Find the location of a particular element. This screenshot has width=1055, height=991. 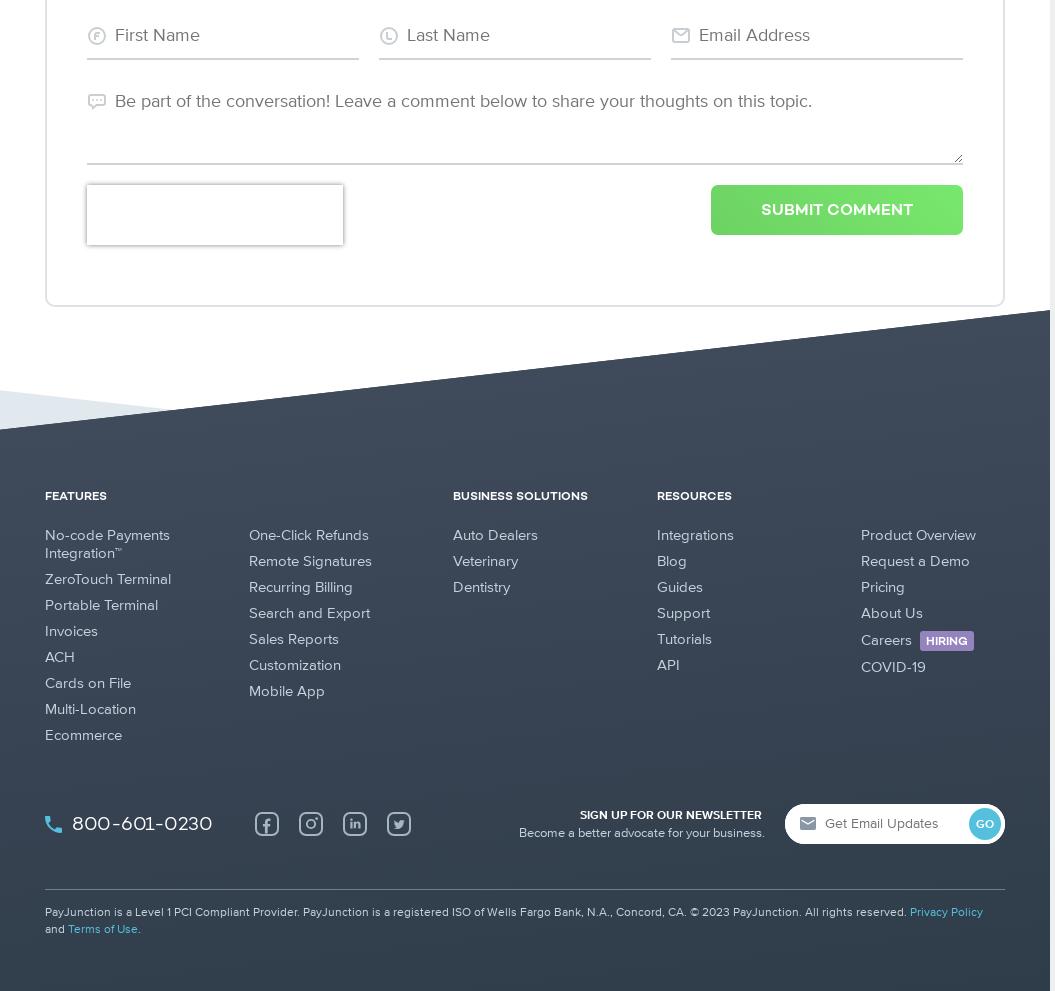

'RESOURCES' is located at coordinates (693, 496).